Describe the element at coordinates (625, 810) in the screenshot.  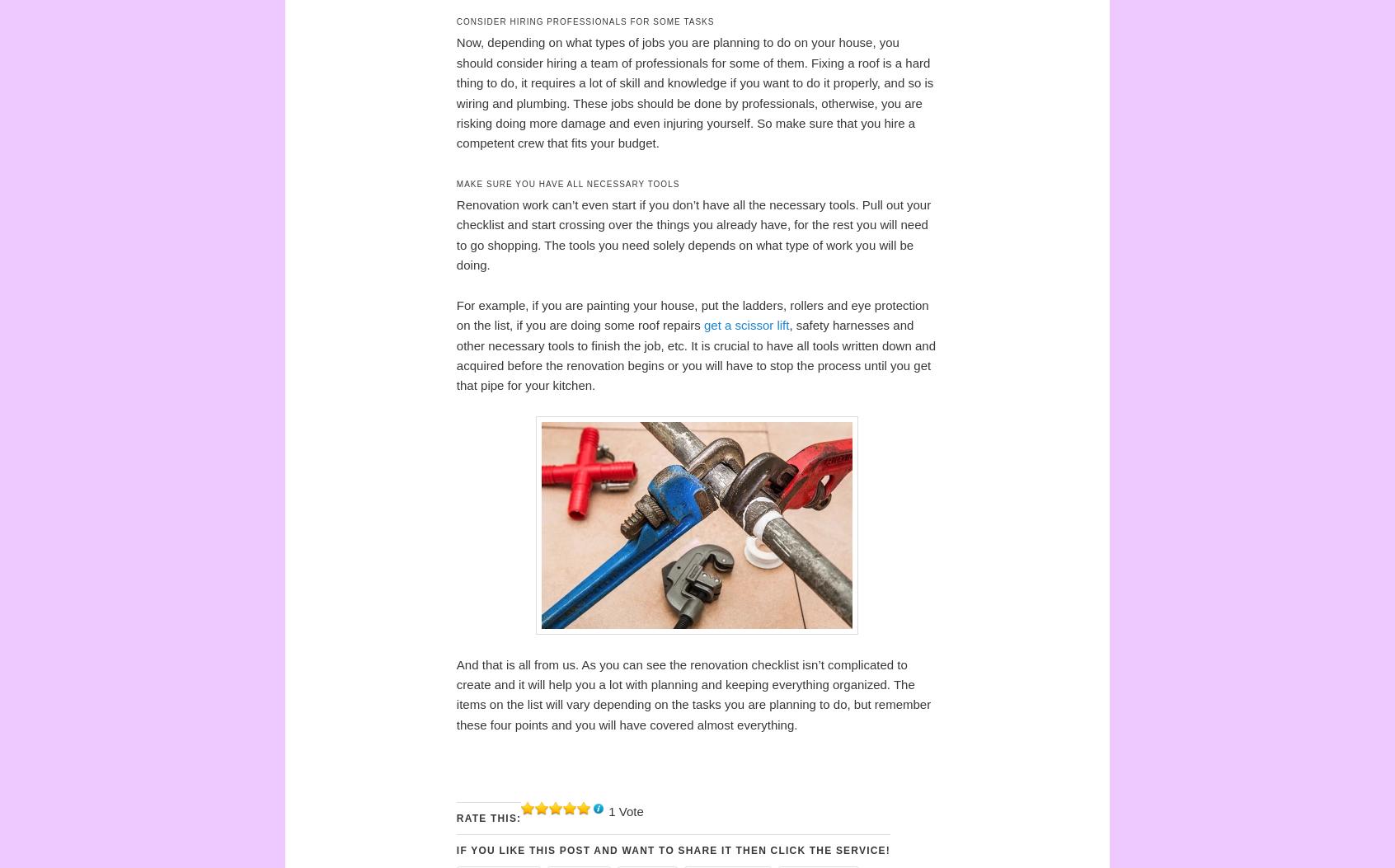
I see `'1 Vote'` at that location.